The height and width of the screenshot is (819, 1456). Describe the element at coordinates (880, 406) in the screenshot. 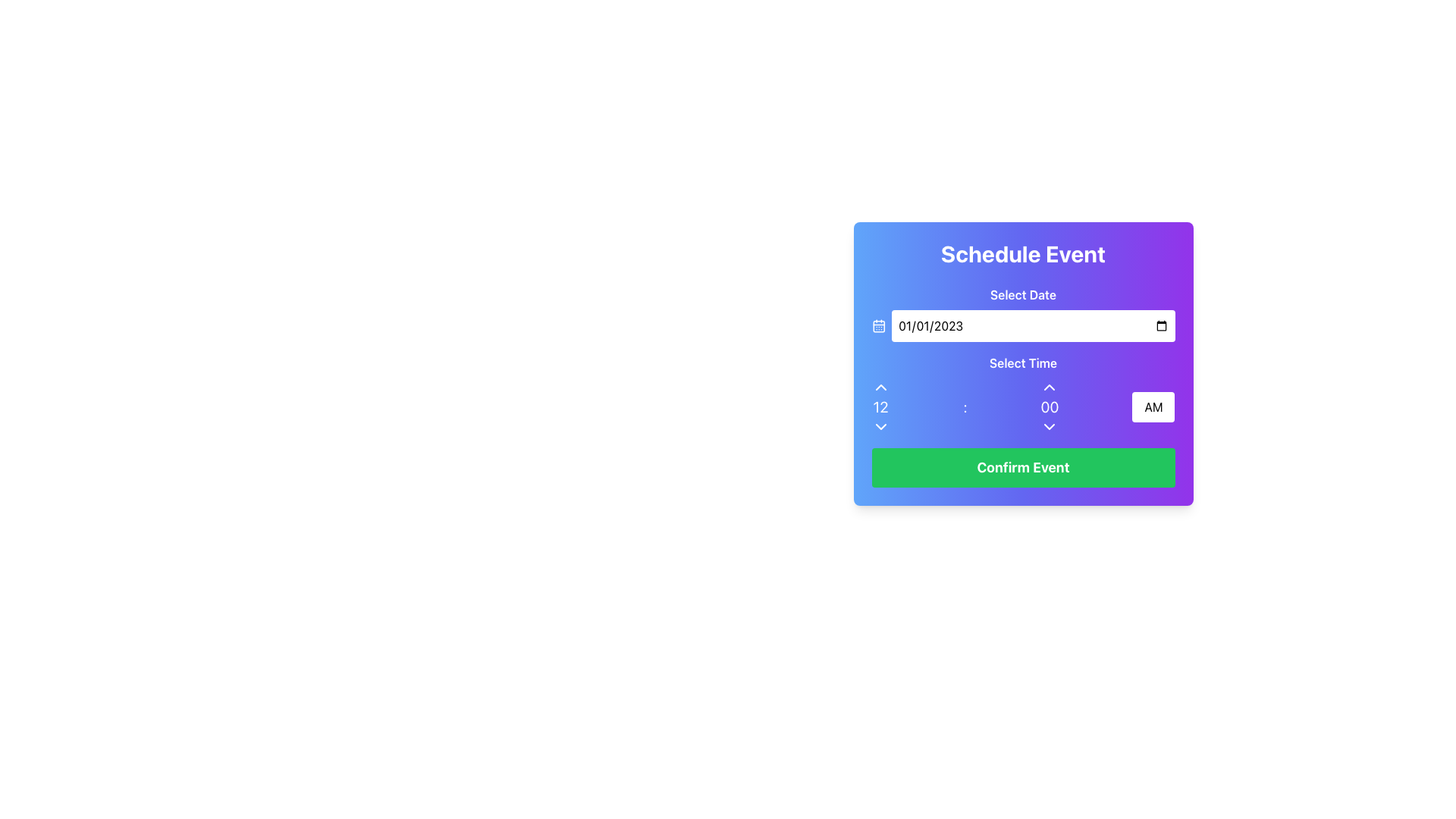

I see `the Text Display component that shows the currently selected hour` at that location.